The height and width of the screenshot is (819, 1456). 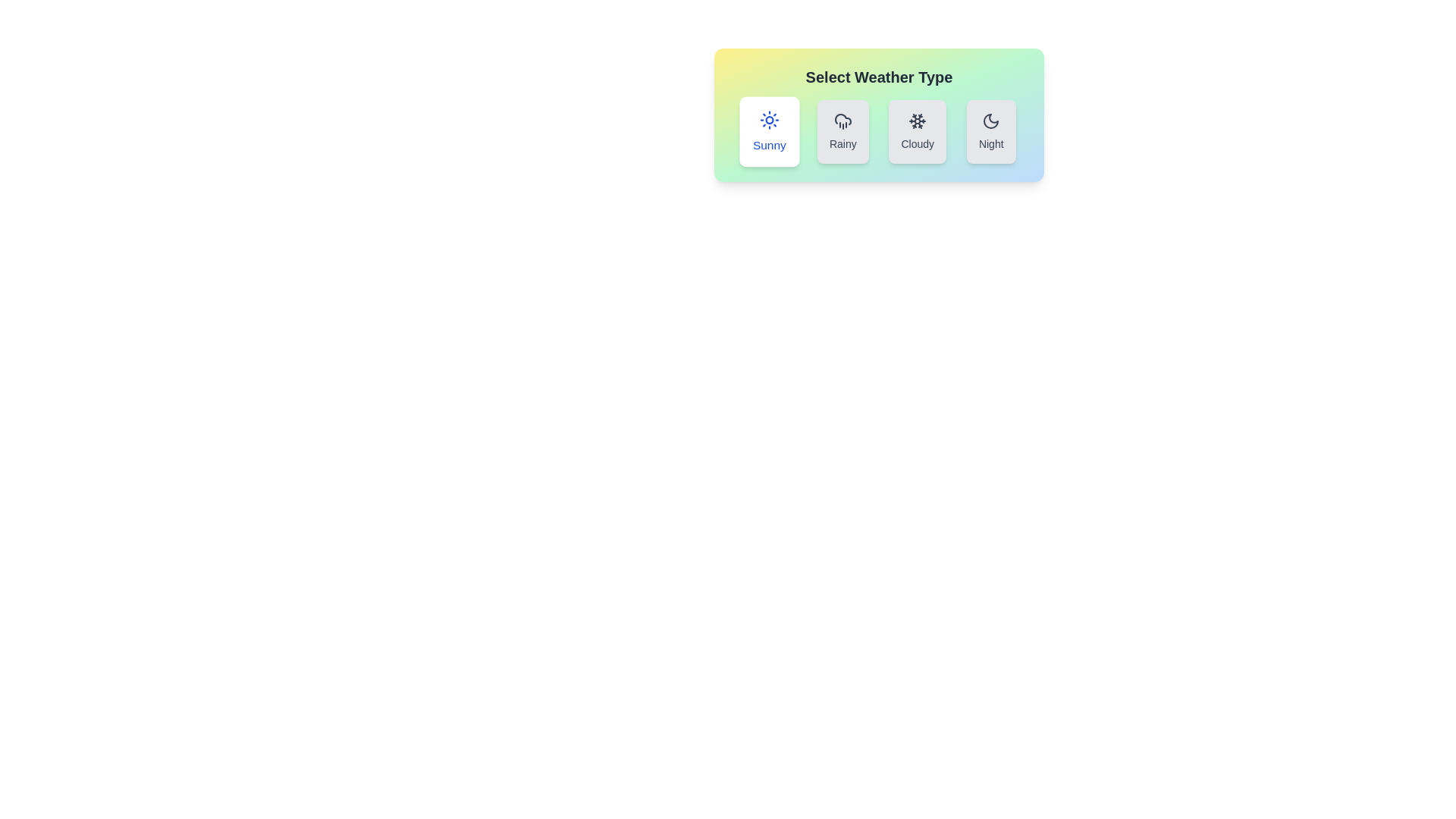 I want to click on the button corresponding to Cloudy, so click(x=917, y=130).